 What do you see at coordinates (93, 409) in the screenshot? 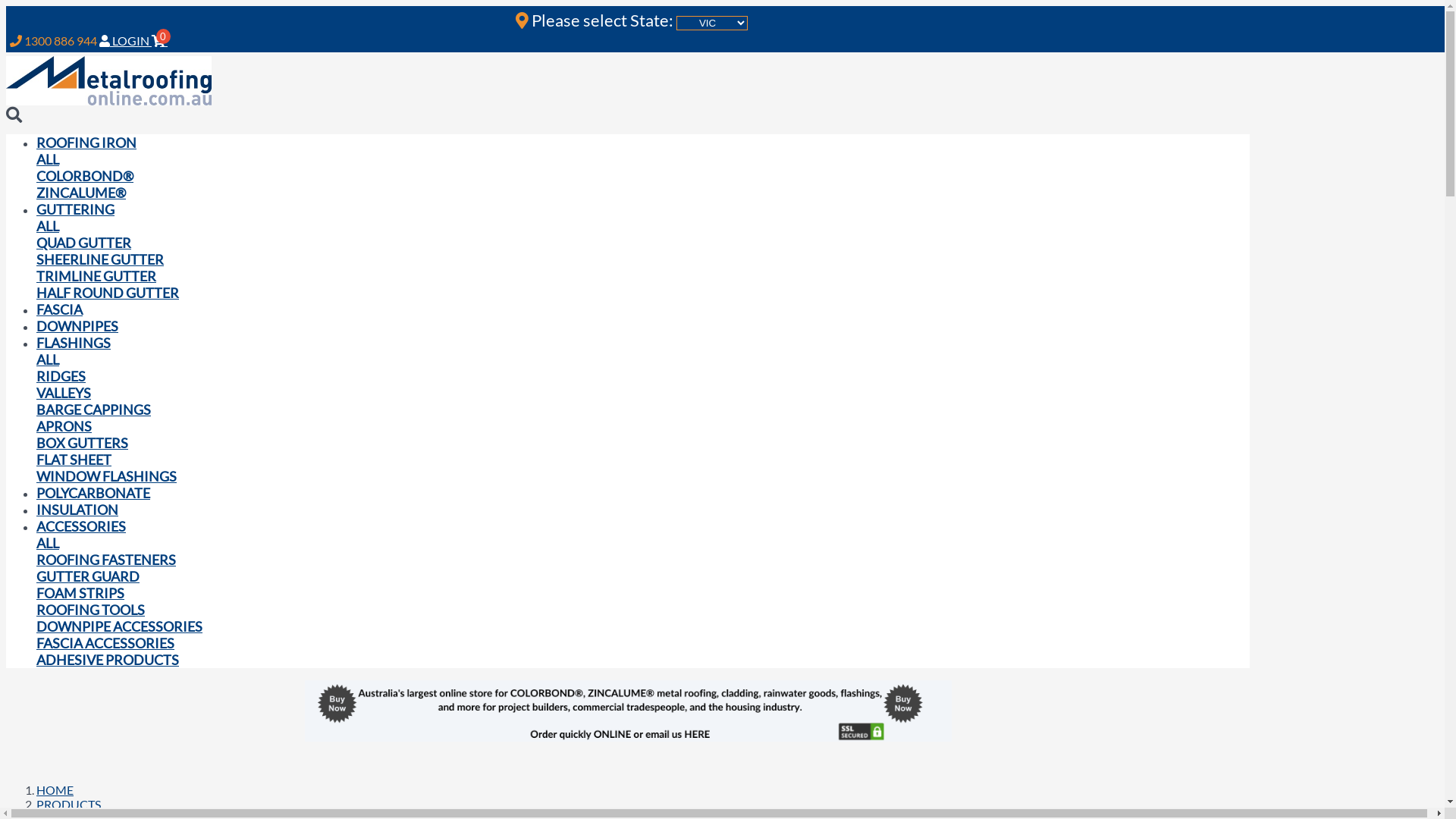
I see `'BARGE CAPPINGS'` at bounding box center [93, 409].